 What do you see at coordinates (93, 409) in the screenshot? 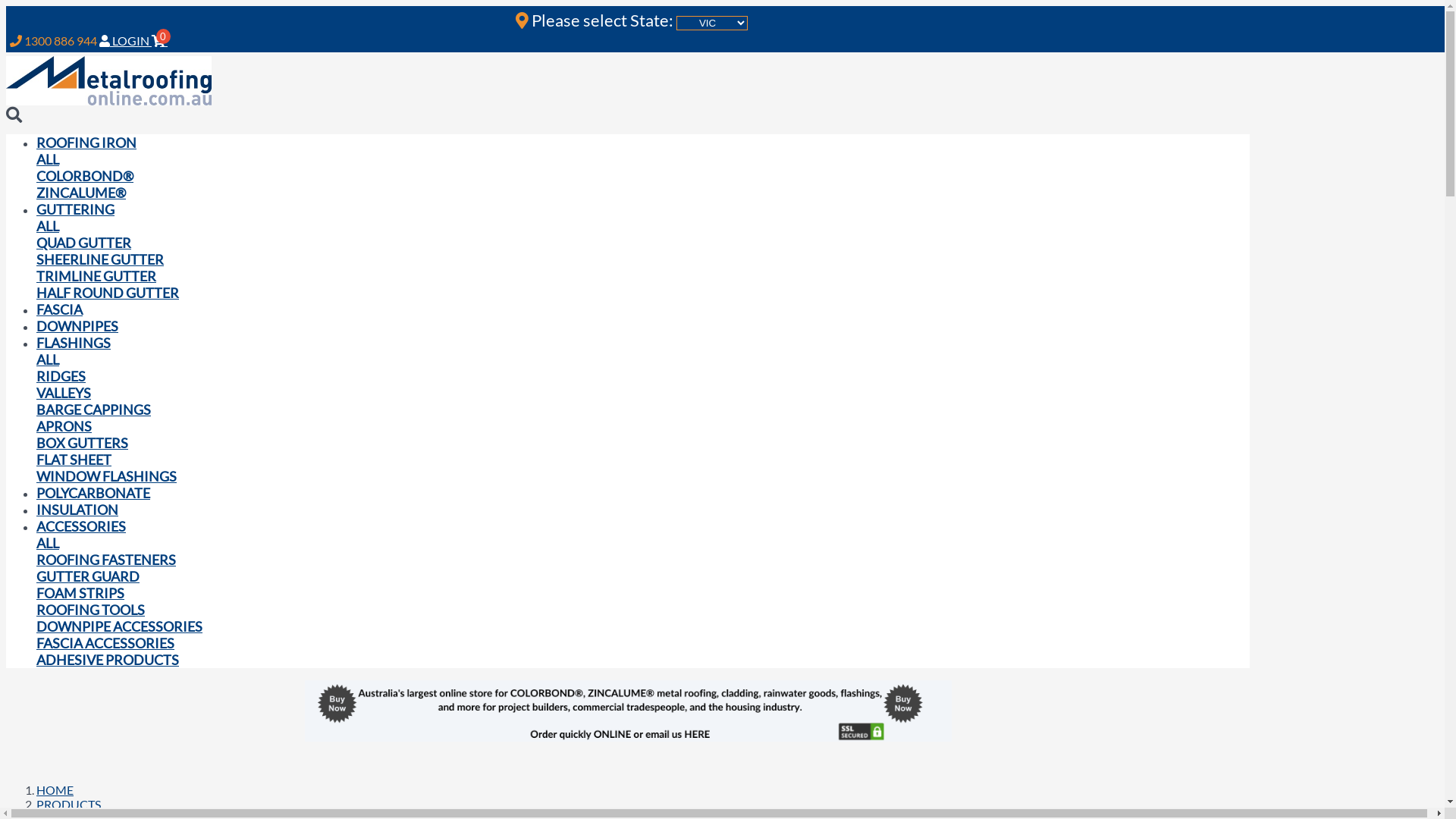
I see `'BARGE CAPPINGS'` at bounding box center [93, 409].